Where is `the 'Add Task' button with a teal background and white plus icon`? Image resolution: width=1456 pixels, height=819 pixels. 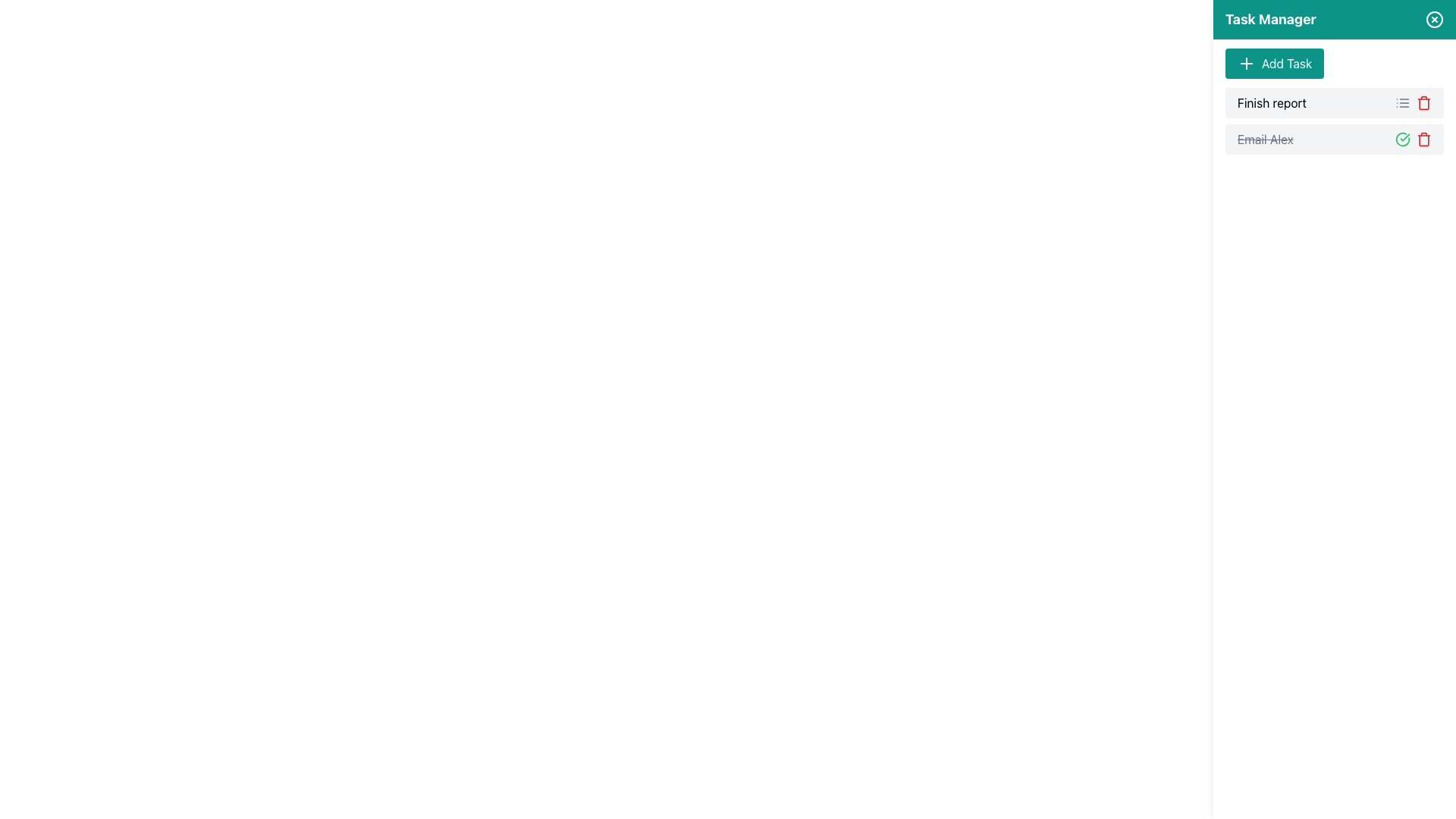 the 'Add Task' button with a teal background and white plus icon is located at coordinates (1274, 63).